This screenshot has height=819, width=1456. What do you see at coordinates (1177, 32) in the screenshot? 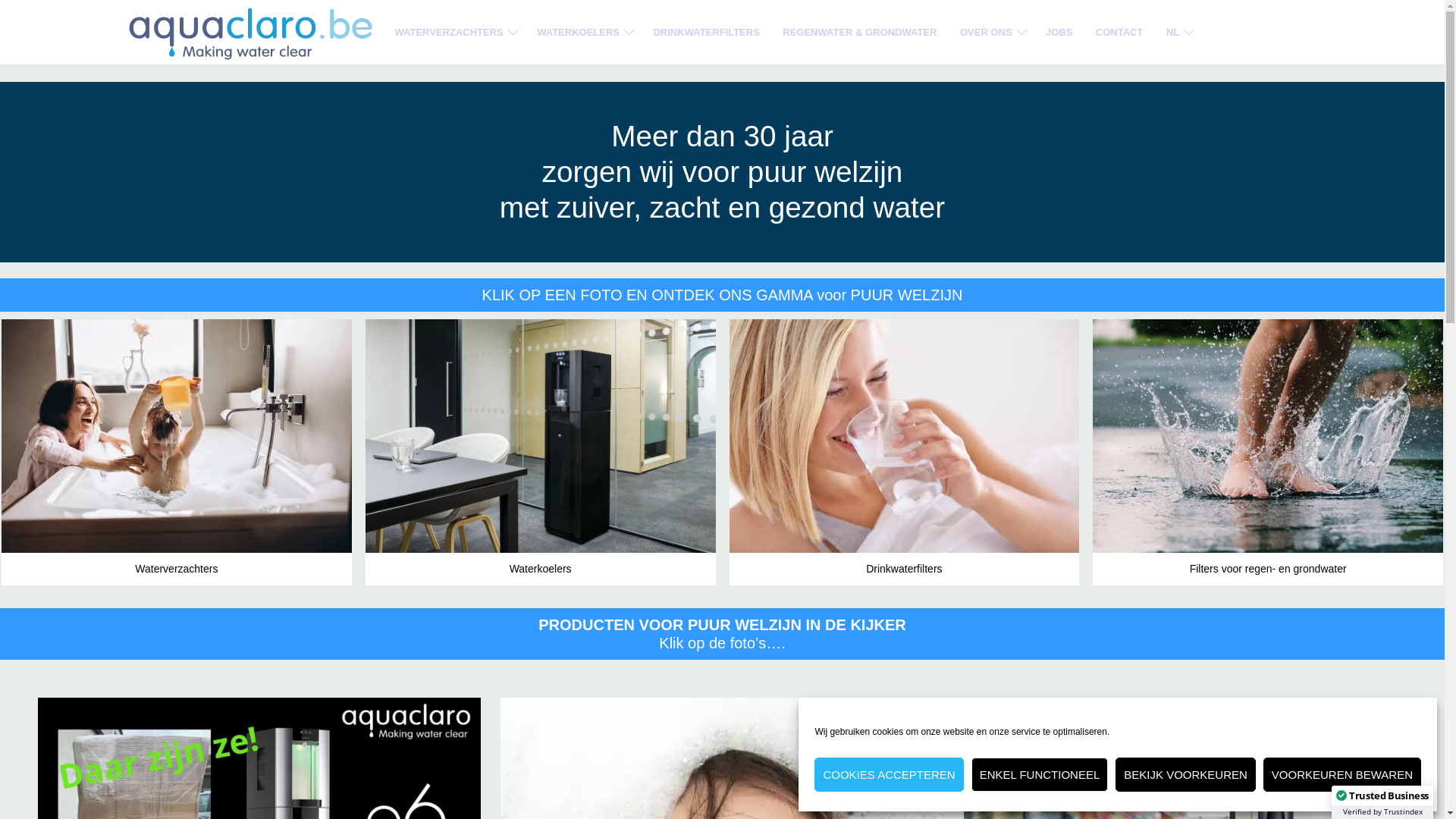
I see `'NL` at bounding box center [1177, 32].